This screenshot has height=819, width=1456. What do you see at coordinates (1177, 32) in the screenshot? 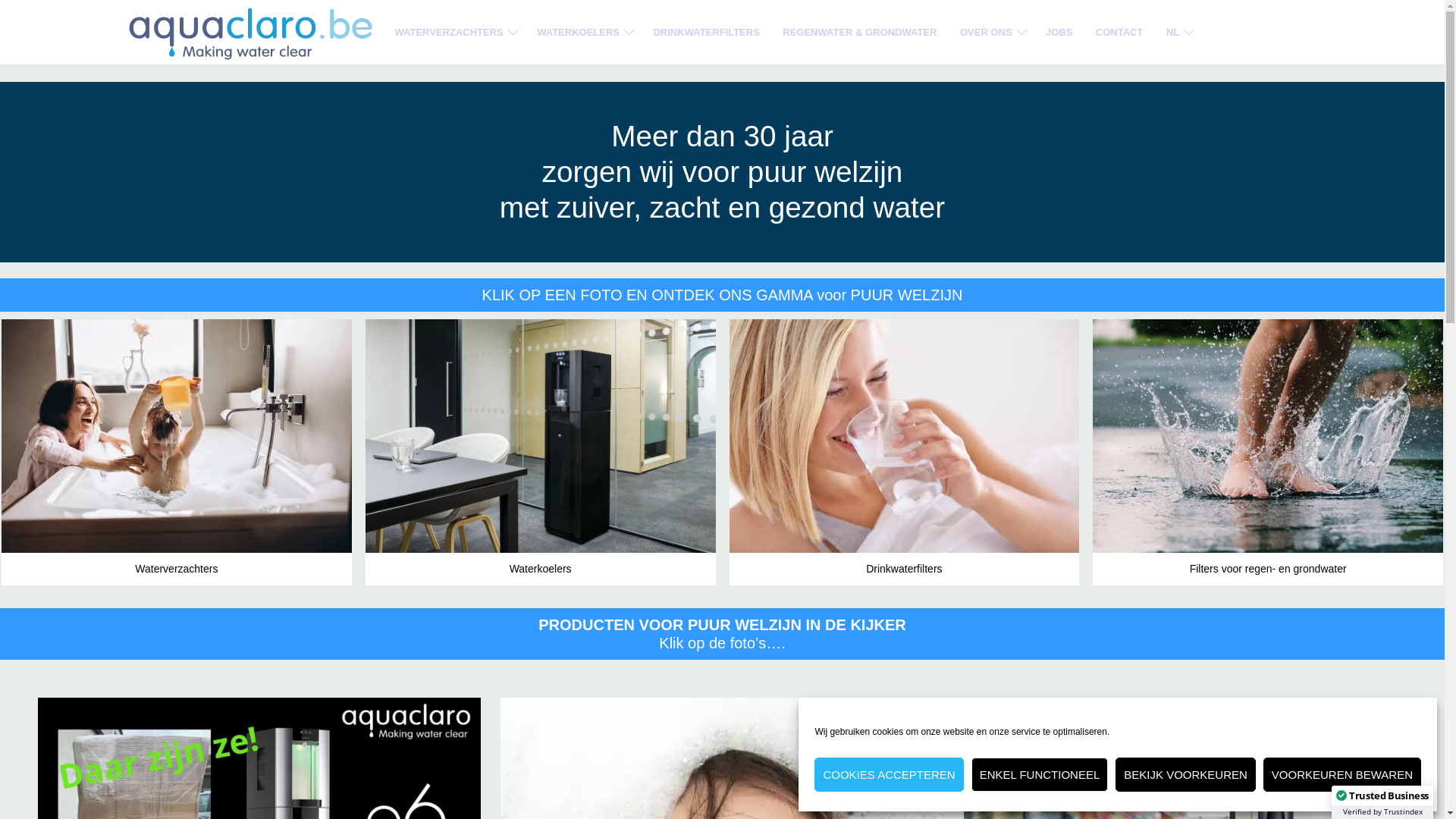
I see `'NL` at bounding box center [1177, 32].